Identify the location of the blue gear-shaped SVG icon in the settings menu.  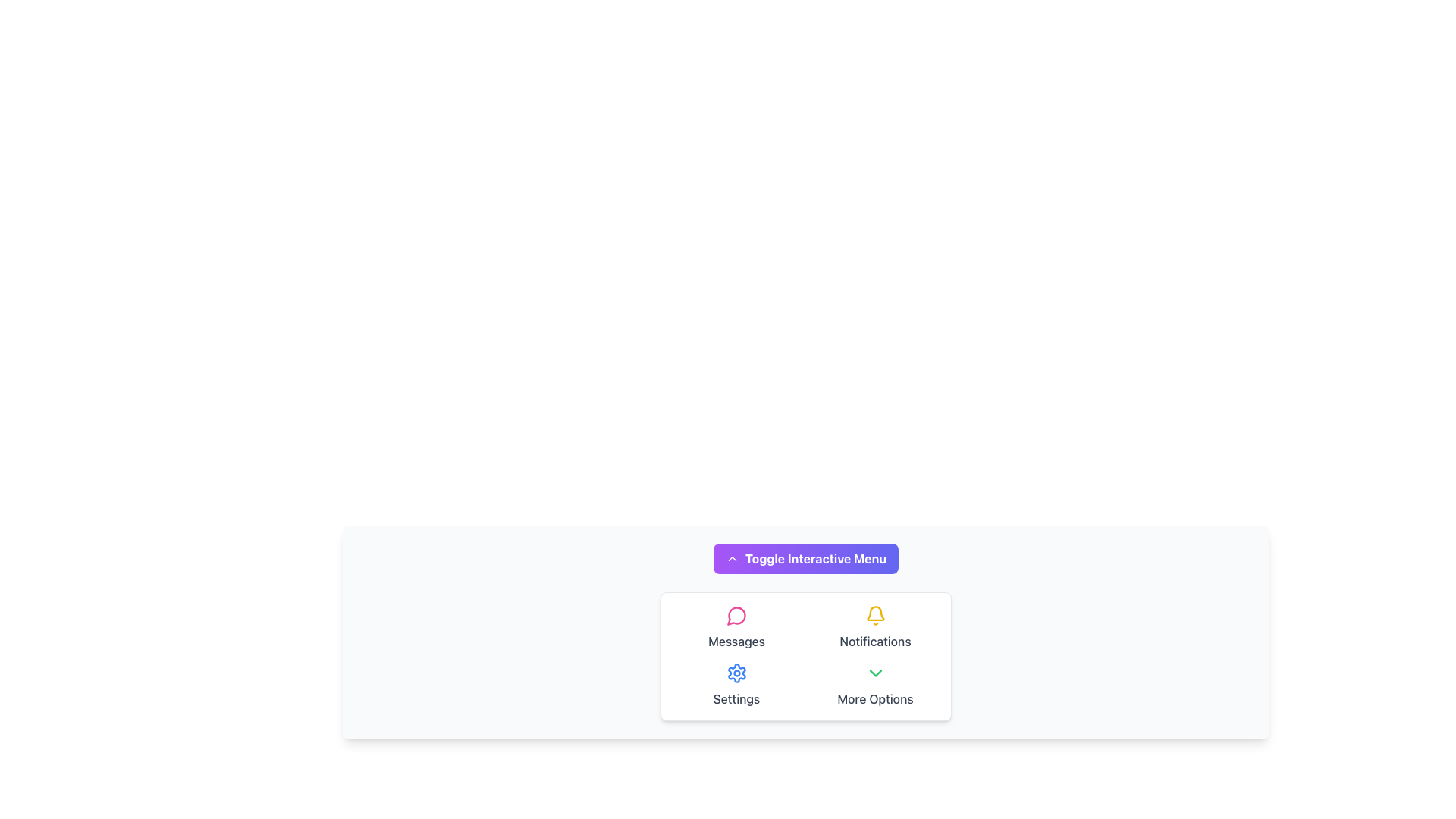
(736, 672).